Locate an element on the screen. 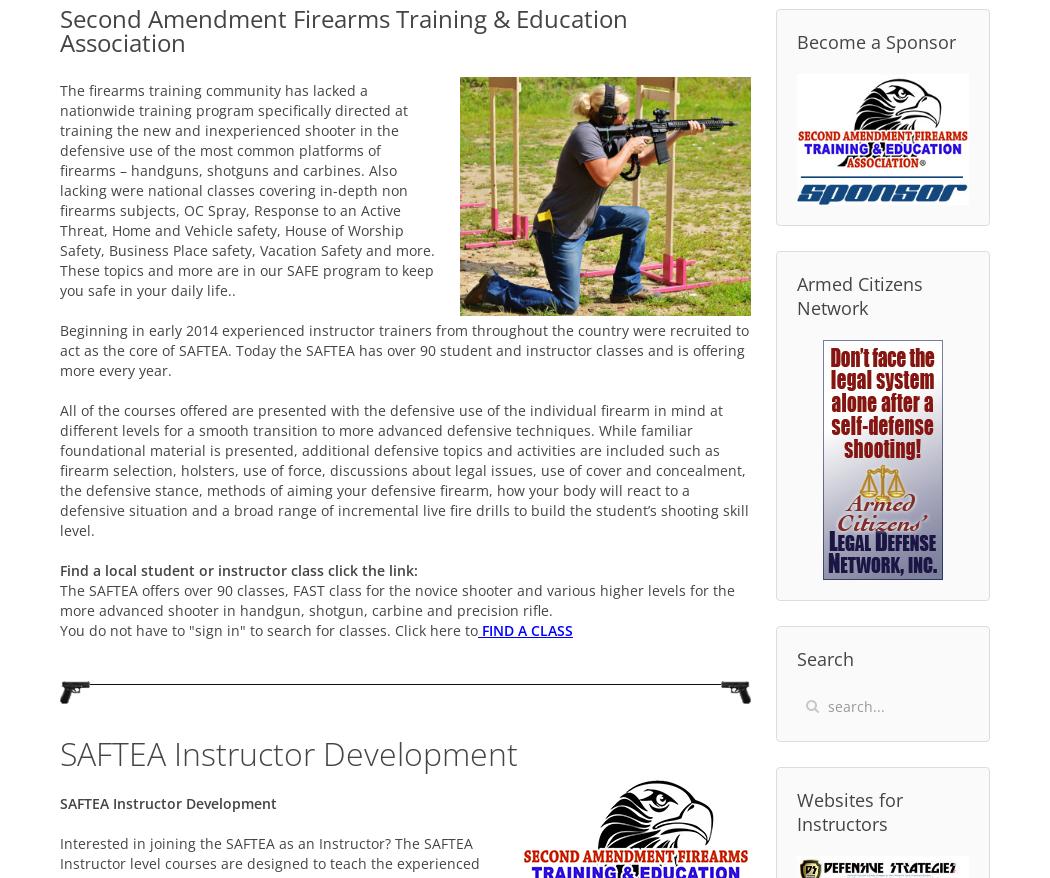  'You do not have to "sign in" to search for classes. Click here to' is located at coordinates (268, 628).